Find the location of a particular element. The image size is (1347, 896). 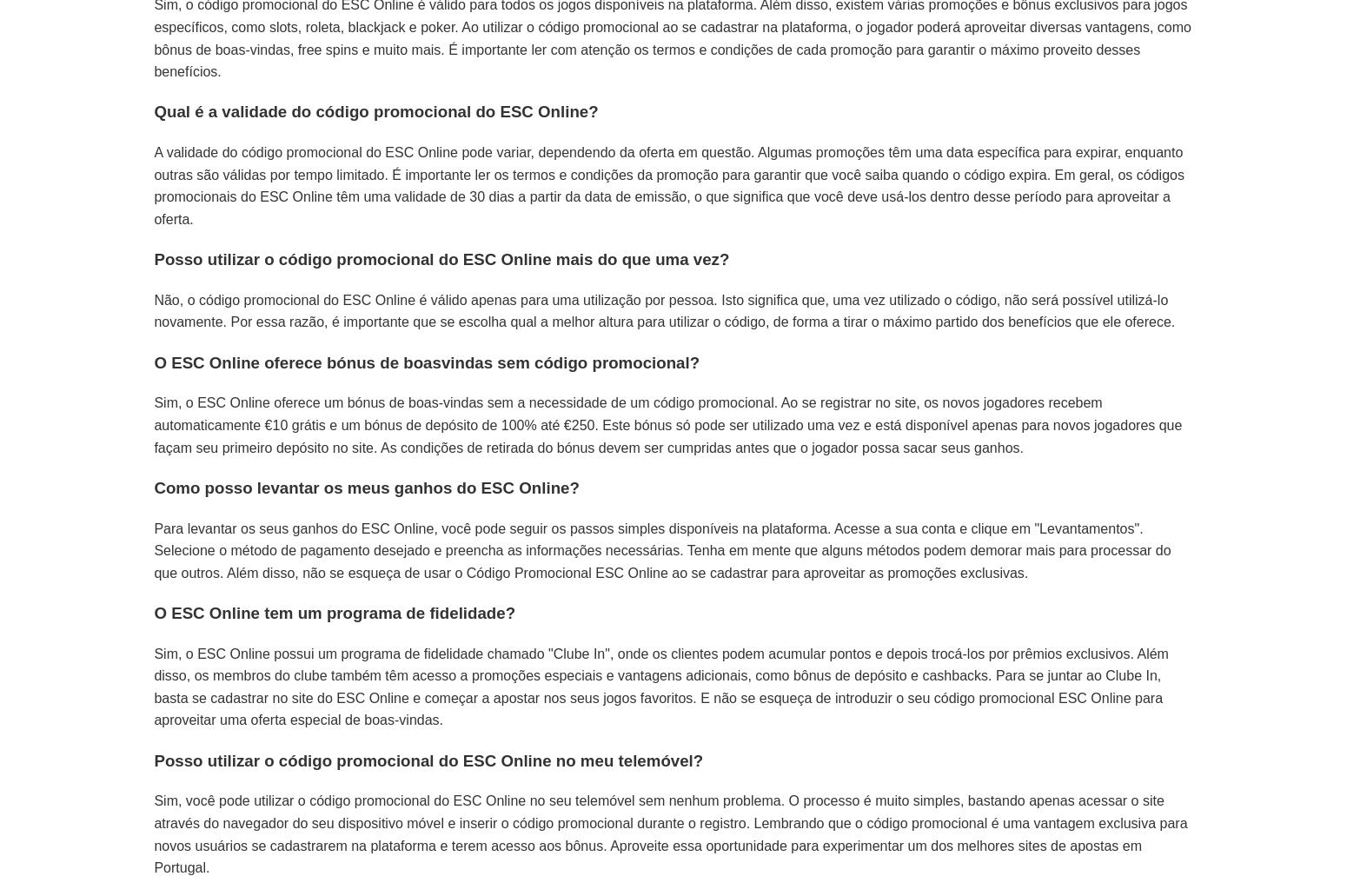

'Como posso levantar os meus ganhos do ESC Online?' is located at coordinates (366, 486).